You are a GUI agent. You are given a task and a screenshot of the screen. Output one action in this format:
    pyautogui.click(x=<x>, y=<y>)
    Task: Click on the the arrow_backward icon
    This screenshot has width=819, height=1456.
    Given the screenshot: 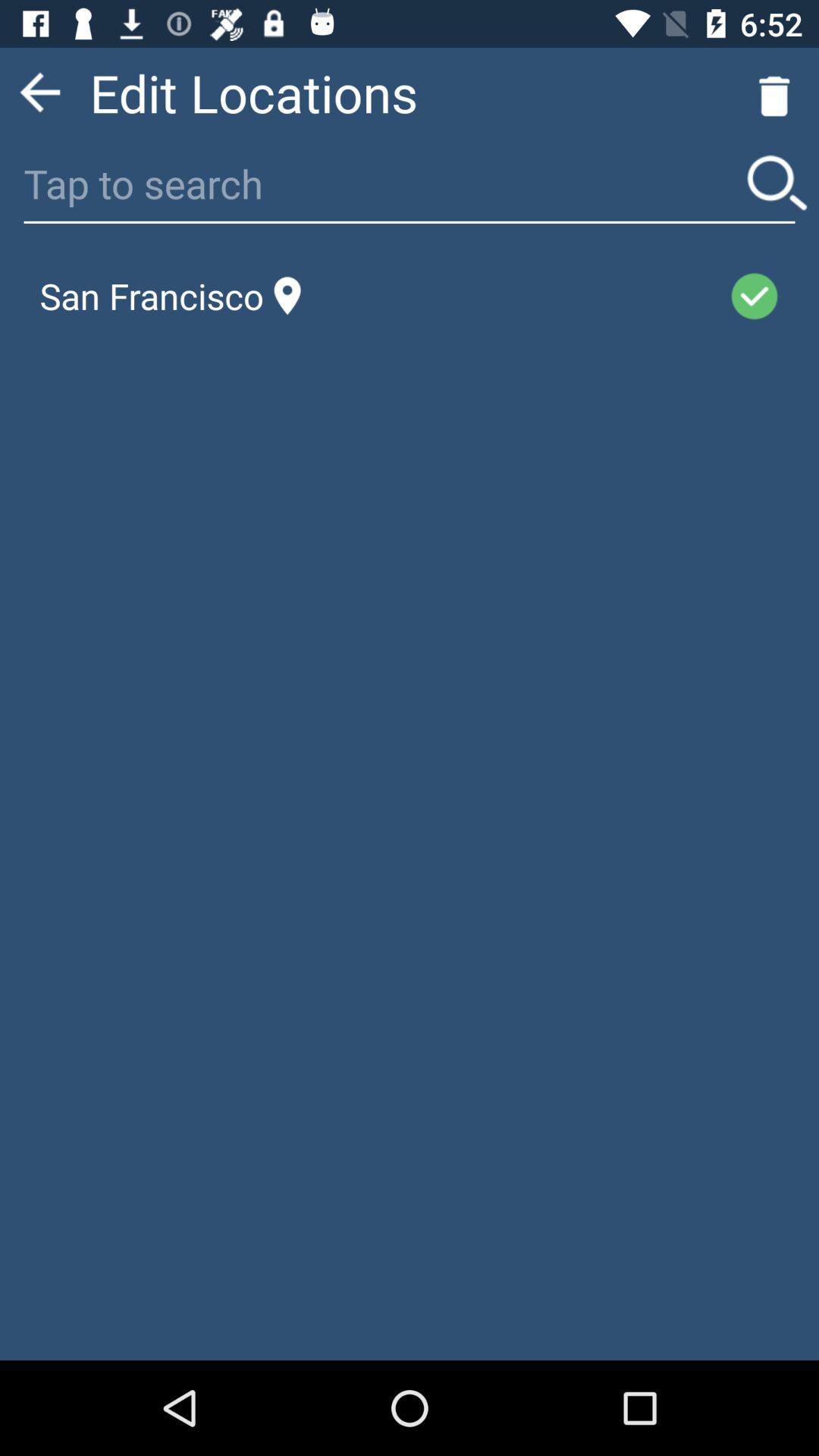 What is the action you would take?
    pyautogui.click(x=39, y=98)
    